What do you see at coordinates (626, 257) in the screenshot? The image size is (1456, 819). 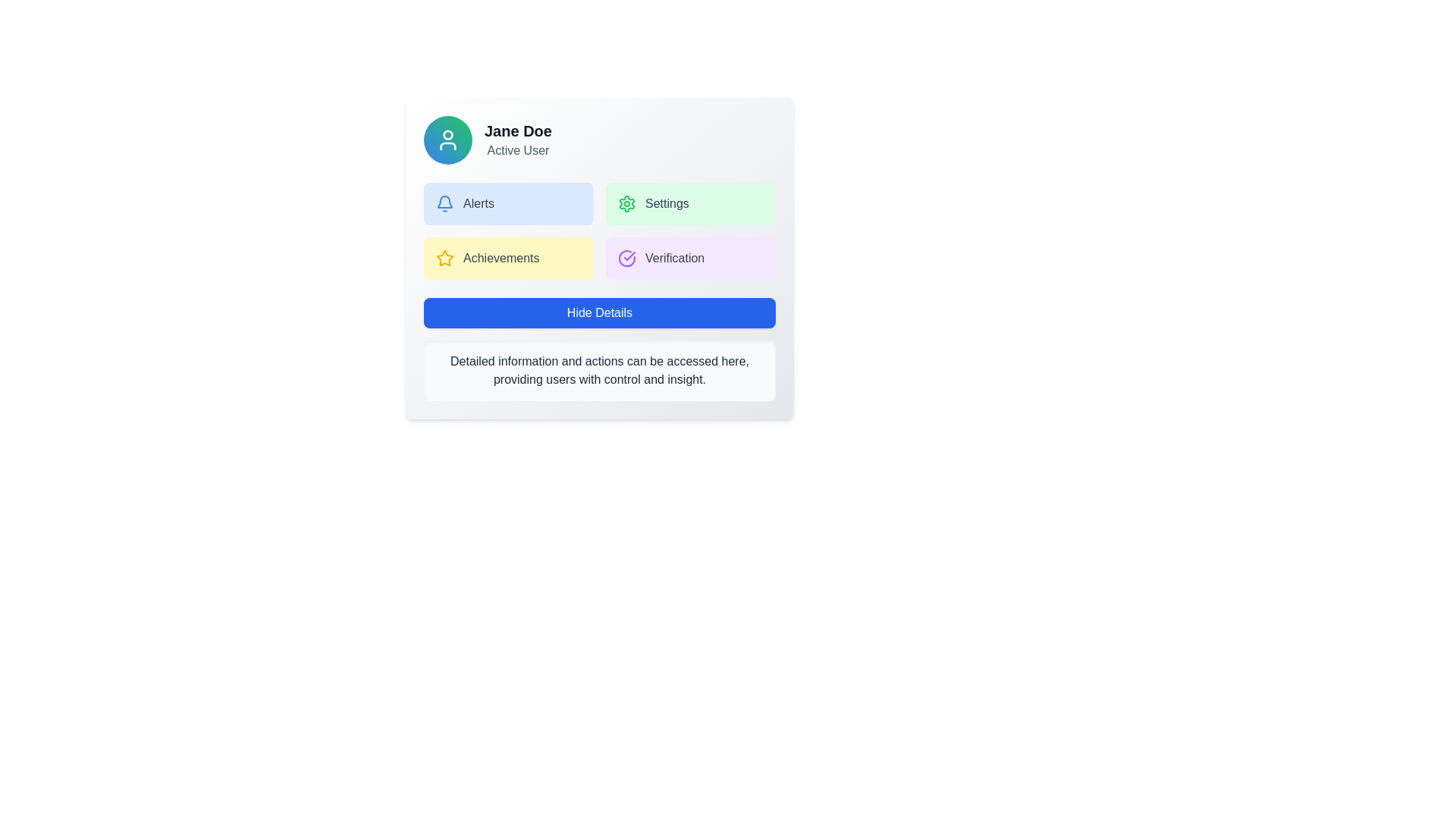 I see `the state of the circular purple check mark icon located at the bottom-right cell of the top section of the card interface, aligned with the 'Settings' button and 'Achievements' button` at bounding box center [626, 257].